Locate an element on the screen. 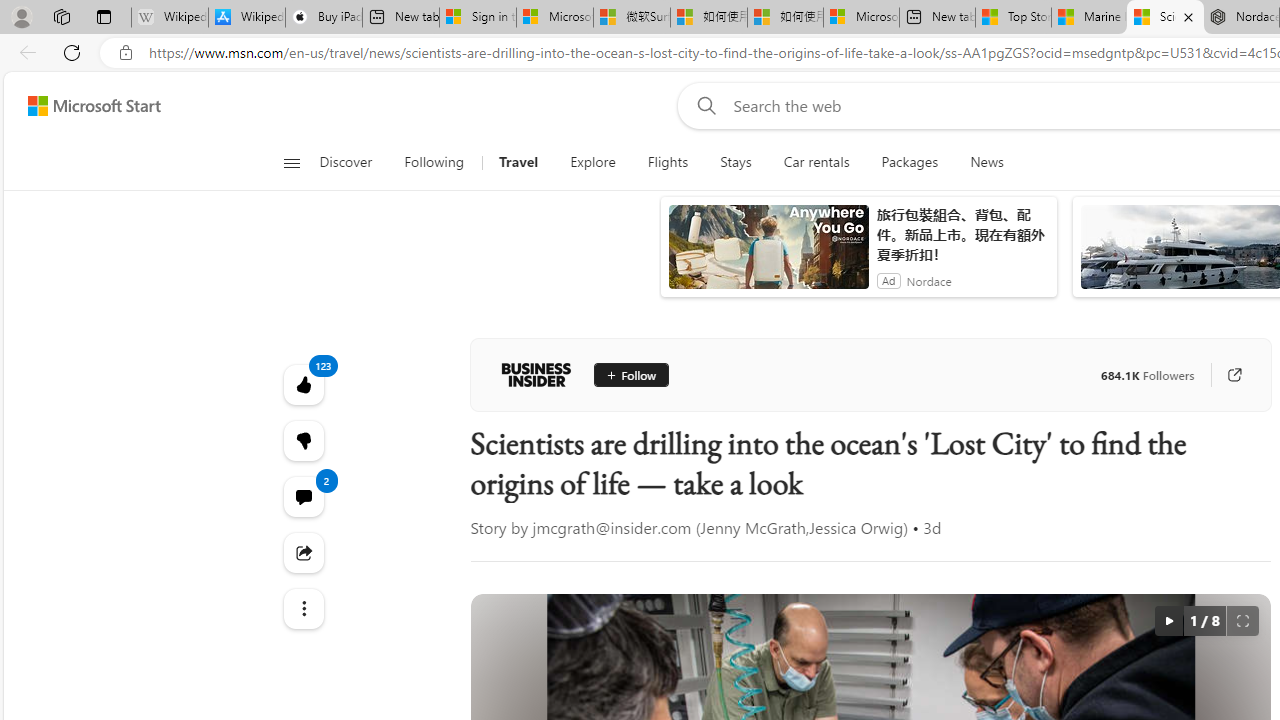 The image size is (1280, 720). 'Personal Profile' is located at coordinates (21, 16).